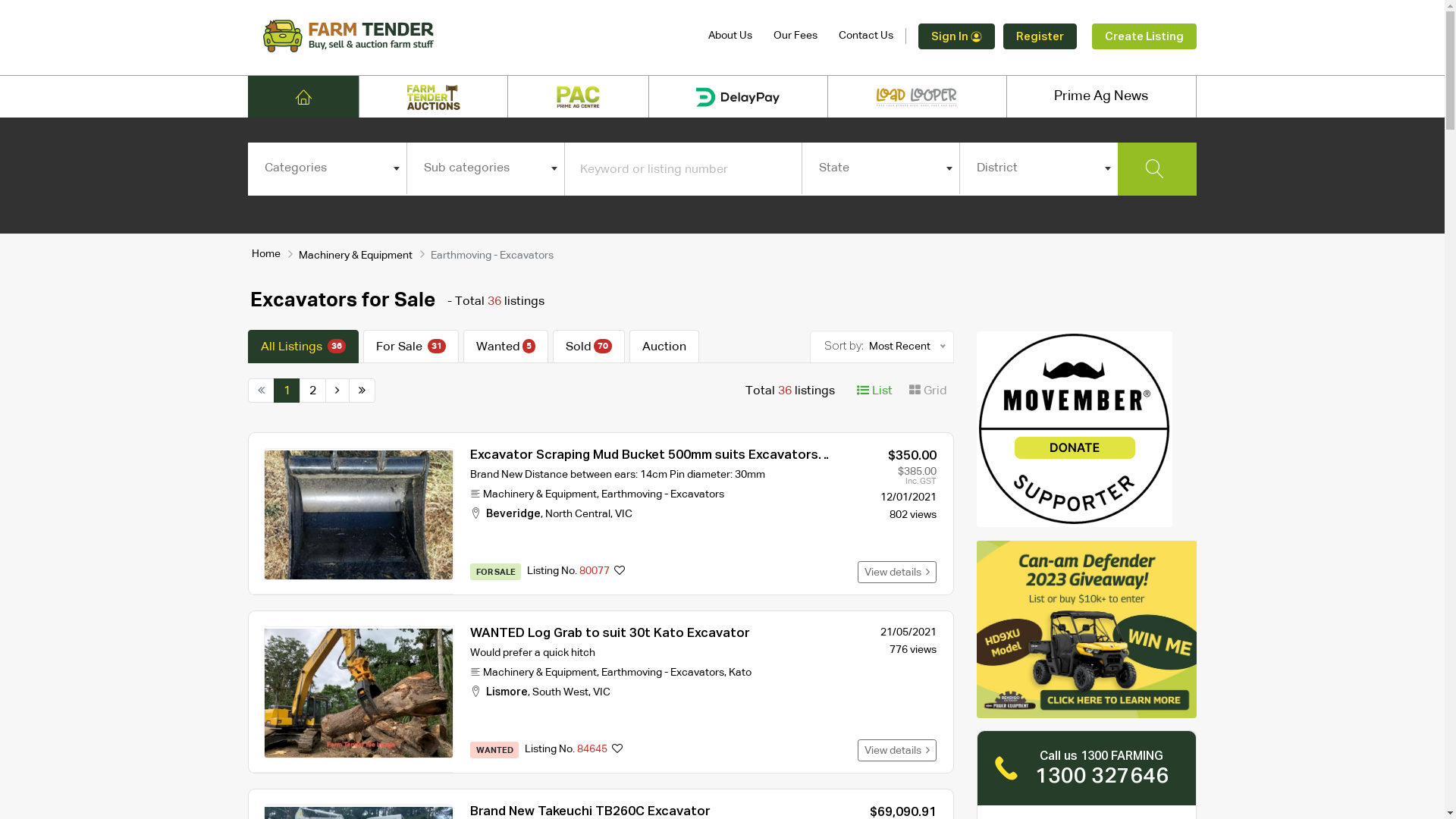  I want to click on 'Prime Ag News', so click(1101, 96).